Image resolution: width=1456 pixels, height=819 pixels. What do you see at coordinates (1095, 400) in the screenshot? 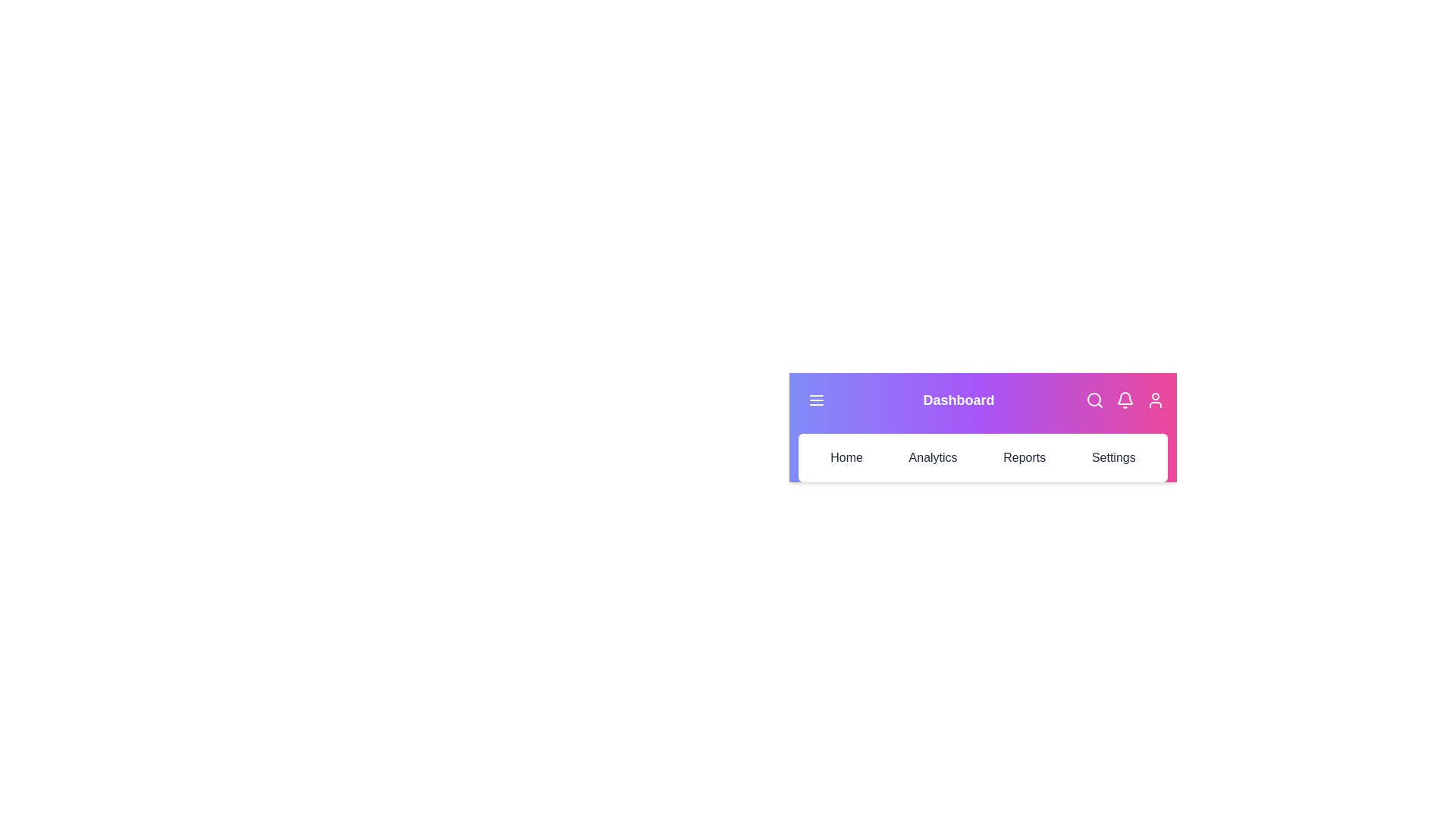
I see `the search icon to initiate a search action` at bounding box center [1095, 400].